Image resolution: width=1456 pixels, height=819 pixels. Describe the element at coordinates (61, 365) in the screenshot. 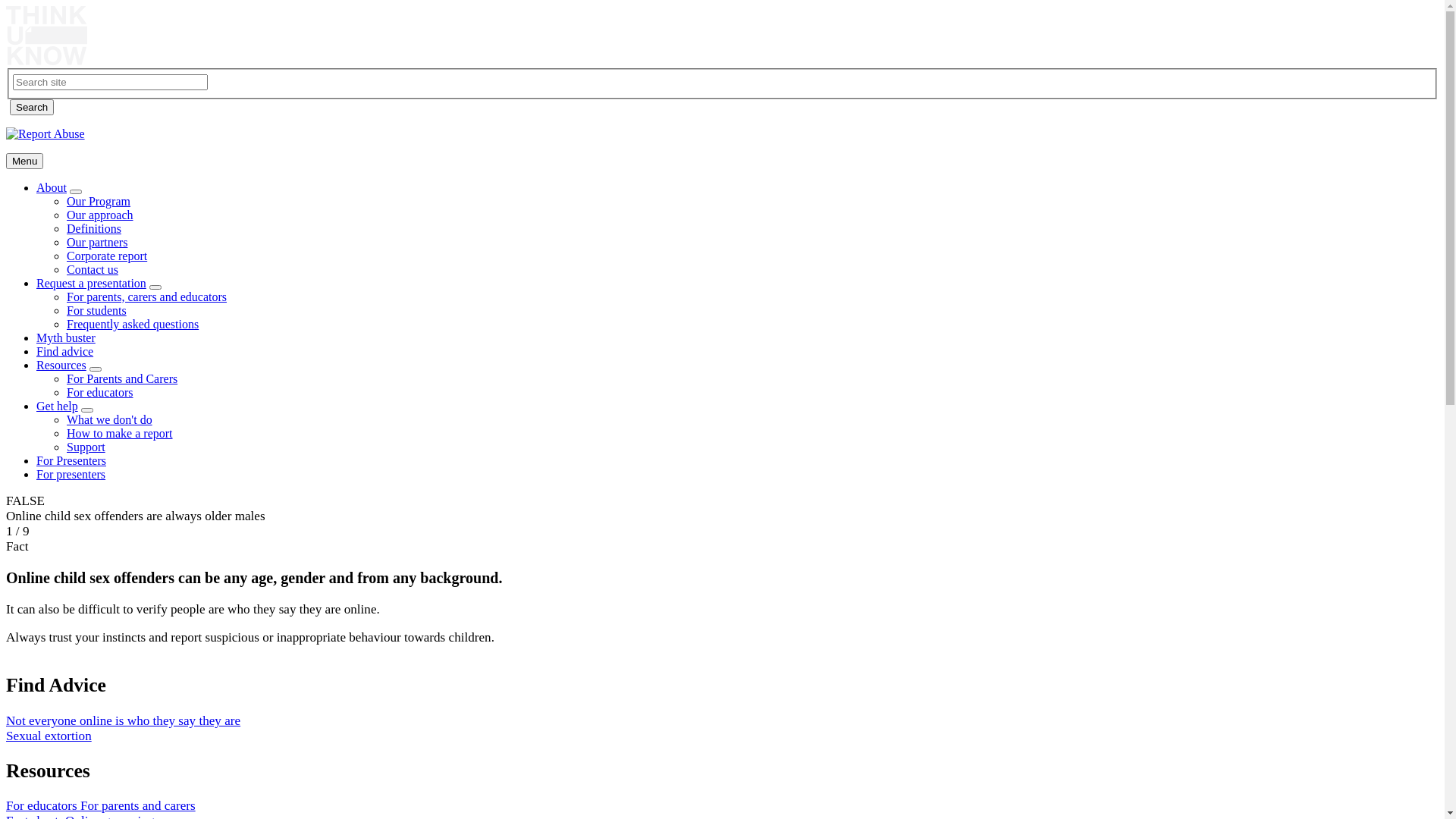

I see `'Resources'` at that location.